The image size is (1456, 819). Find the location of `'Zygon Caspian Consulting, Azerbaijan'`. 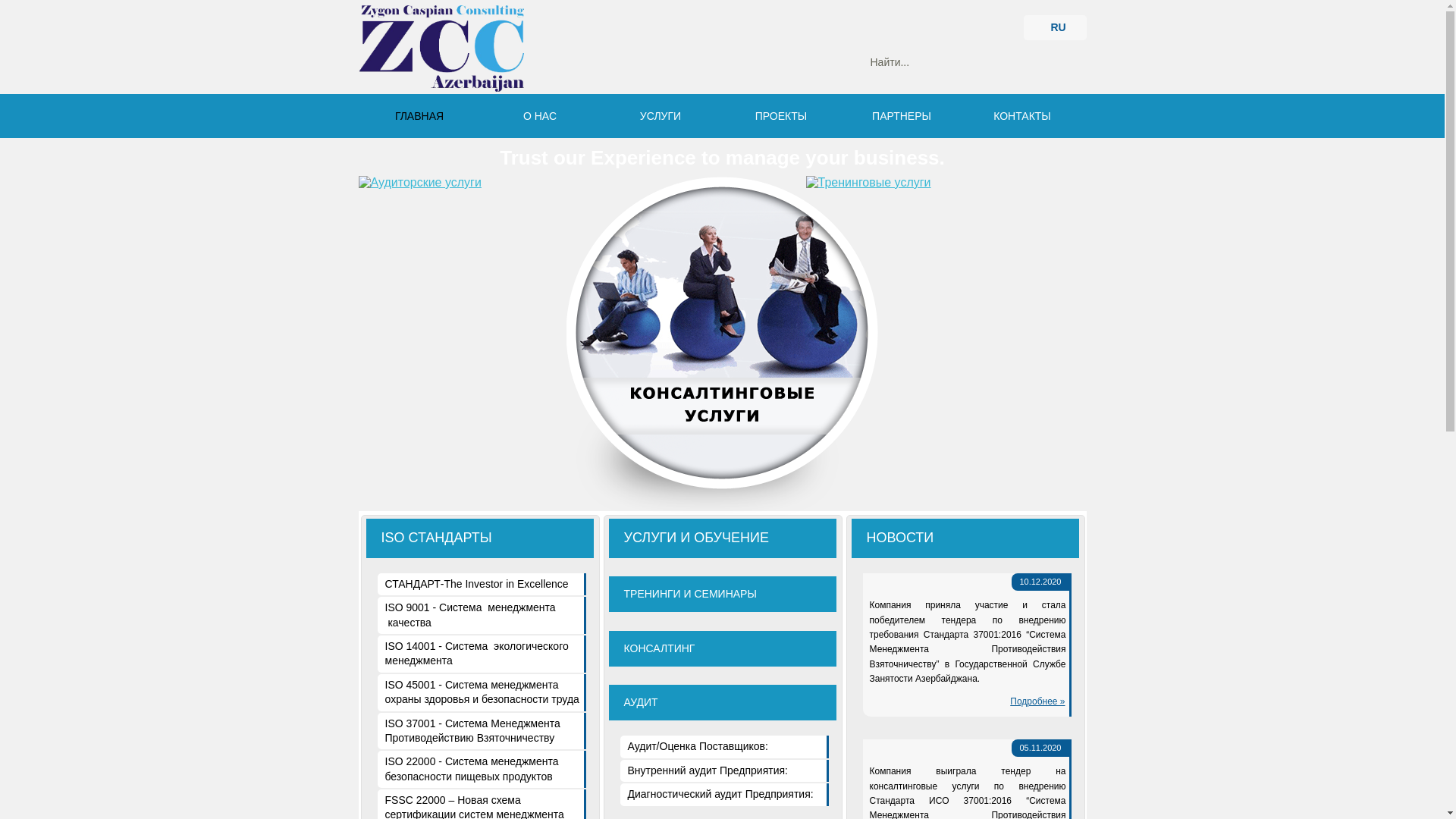

'Zygon Caspian Consulting, Azerbaijan' is located at coordinates (439, 48).